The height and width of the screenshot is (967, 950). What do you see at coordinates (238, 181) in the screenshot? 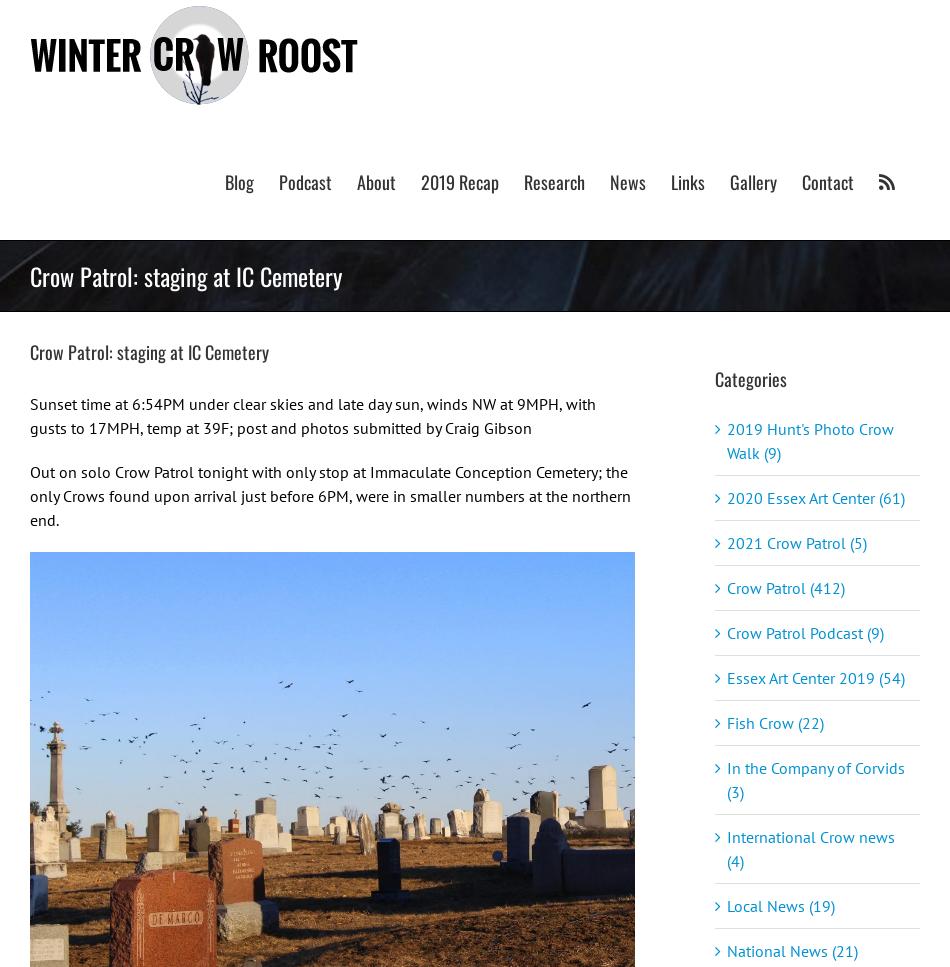
I see `'Blog'` at bounding box center [238, 181].